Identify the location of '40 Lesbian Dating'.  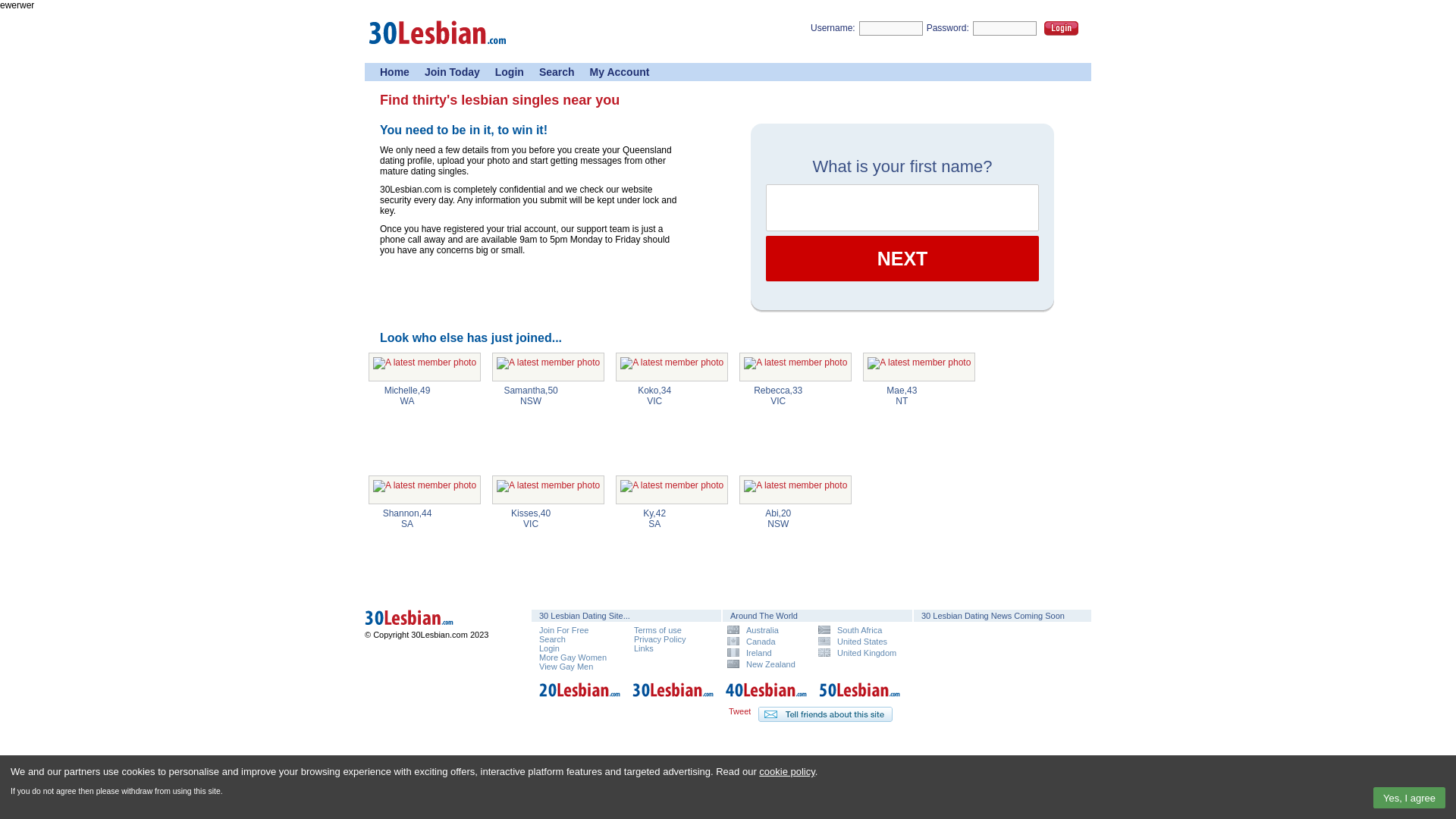
(724, 698).